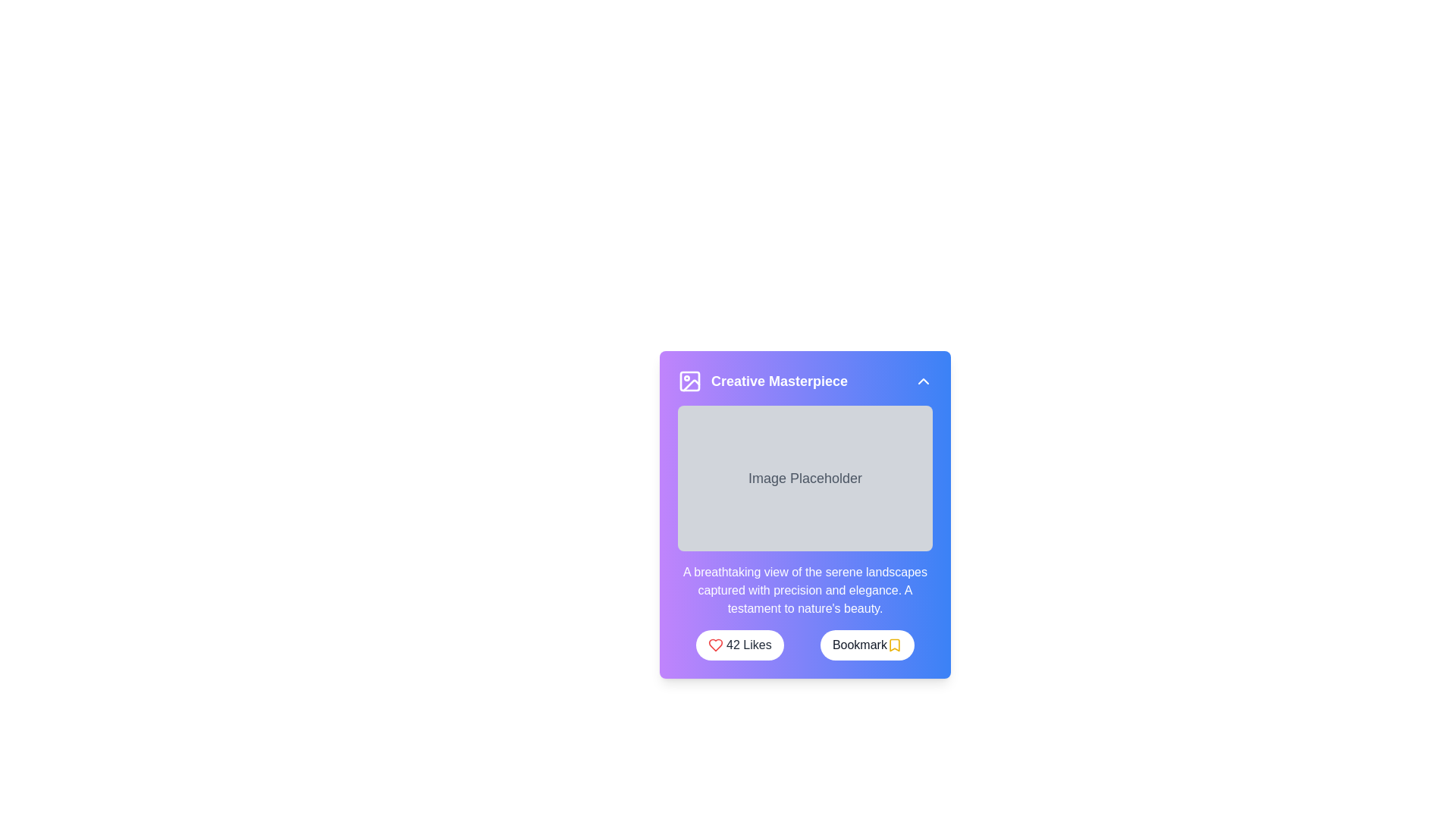  What do you see at coordinates (867, 645) in the screenshot?
I see `the bookmark button located to the right of the '42 Likes' button` at bounding box center [867, 645].